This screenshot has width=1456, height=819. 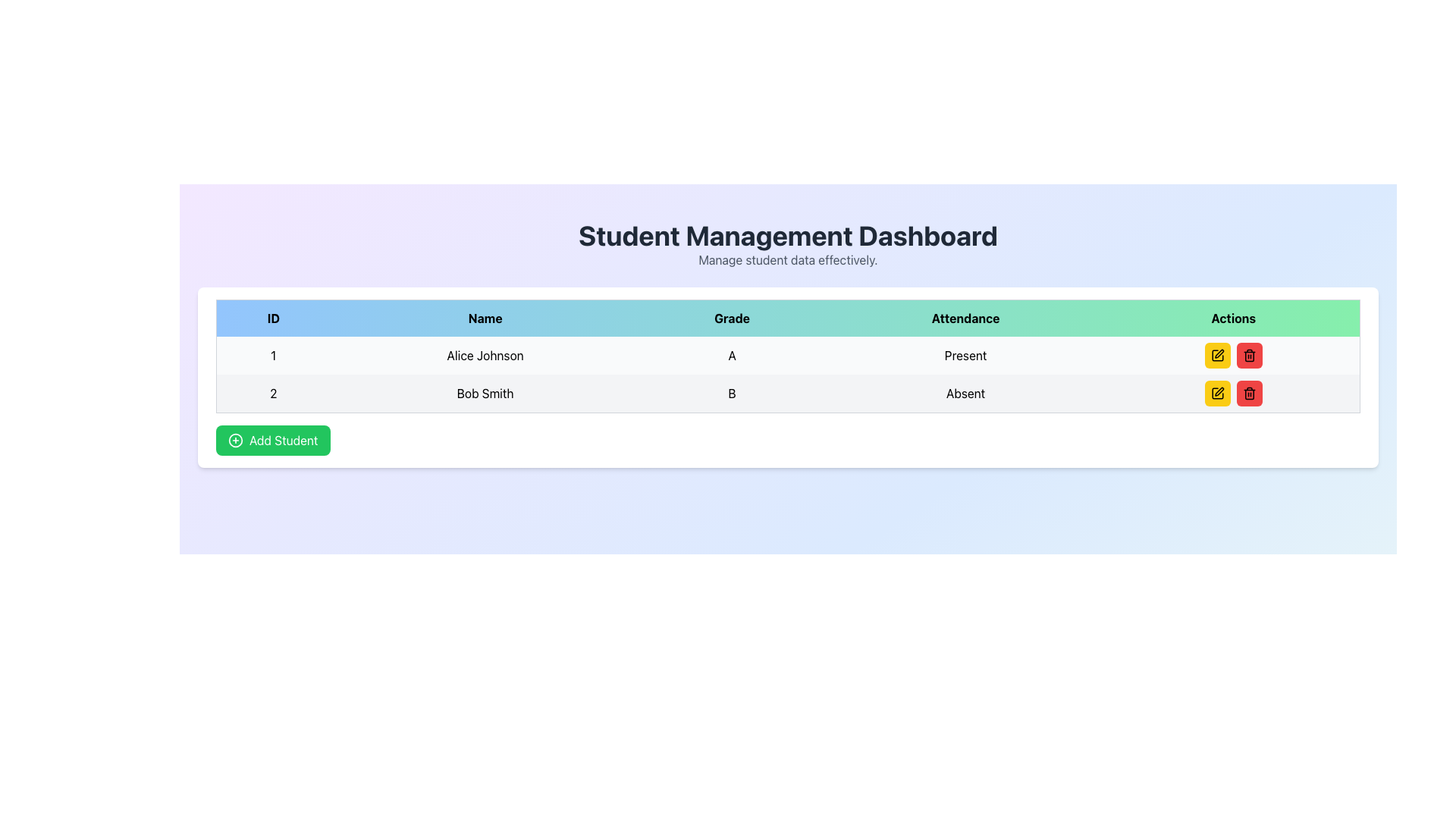 I want to click on the 'Edit' icon button located in the 'Actions' column of the second row in the data table, so click(x=1217, y=393).